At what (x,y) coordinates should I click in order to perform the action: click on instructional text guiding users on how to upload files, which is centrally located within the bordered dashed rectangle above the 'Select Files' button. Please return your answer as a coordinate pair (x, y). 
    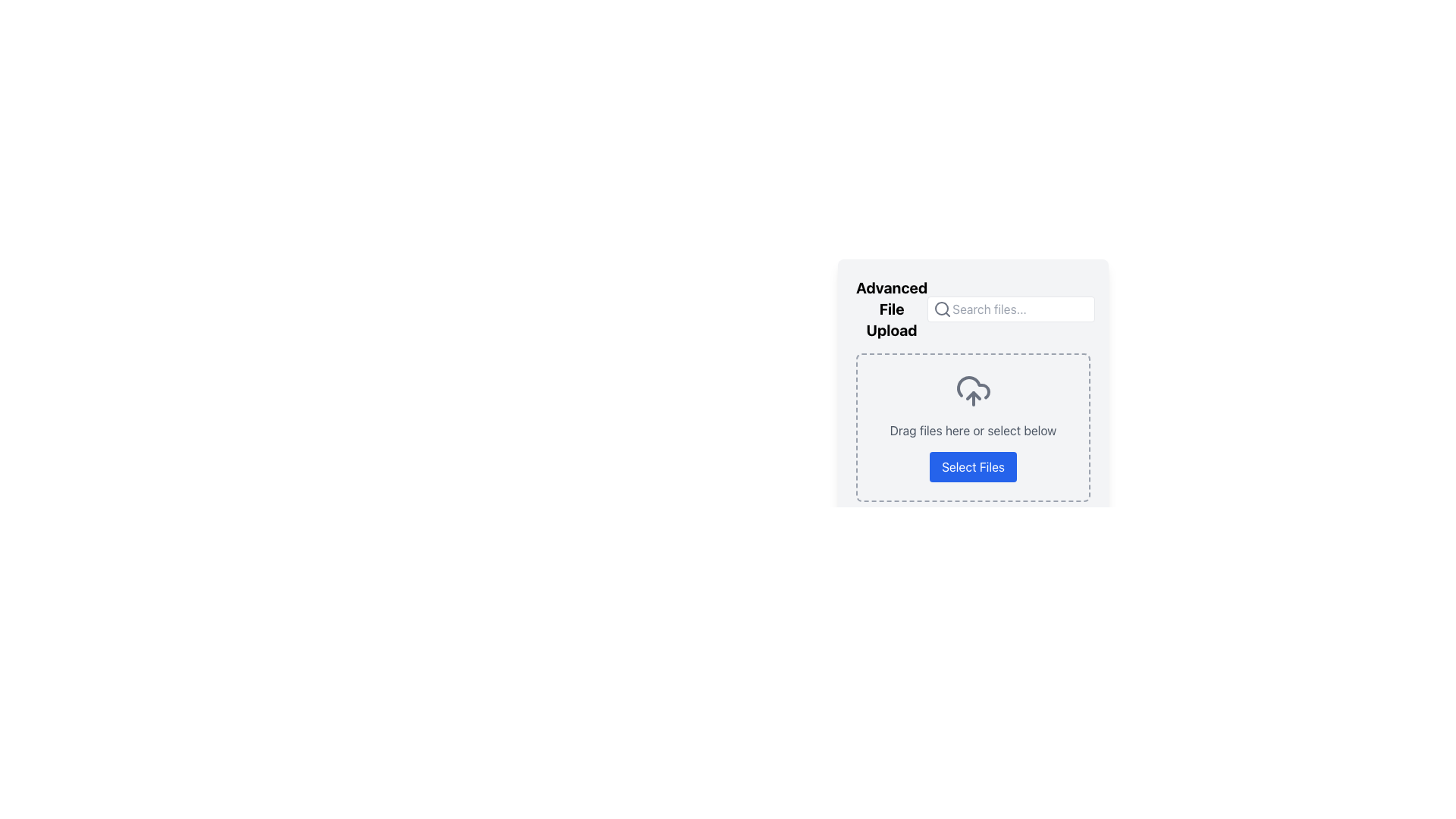
    Looking at the image, I should click on (973, 430).